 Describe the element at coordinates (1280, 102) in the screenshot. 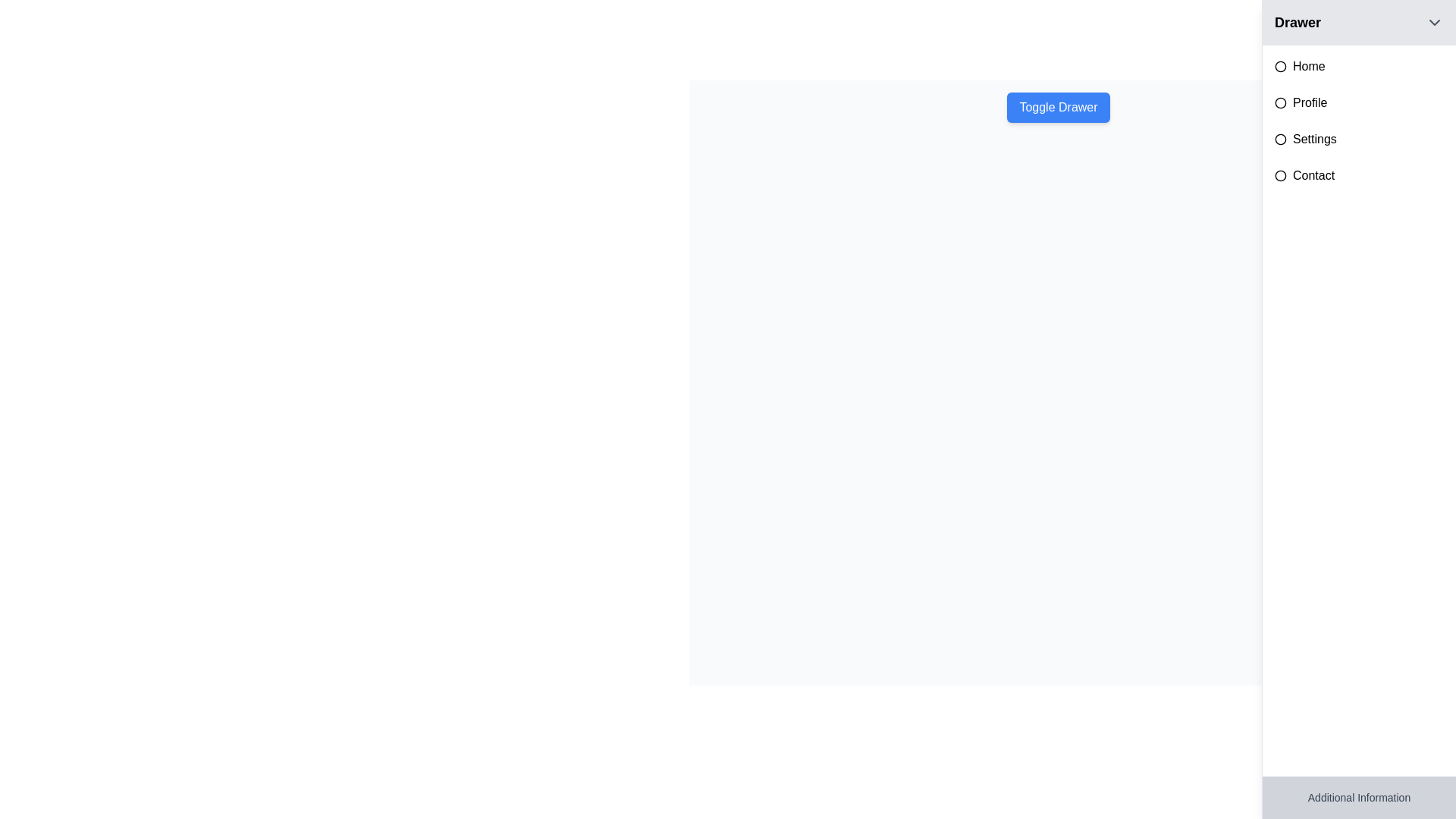

I see `the circular radio button with a thin black outline and a white center located next to the 'Profile' text in the navigation drawer` at that location.